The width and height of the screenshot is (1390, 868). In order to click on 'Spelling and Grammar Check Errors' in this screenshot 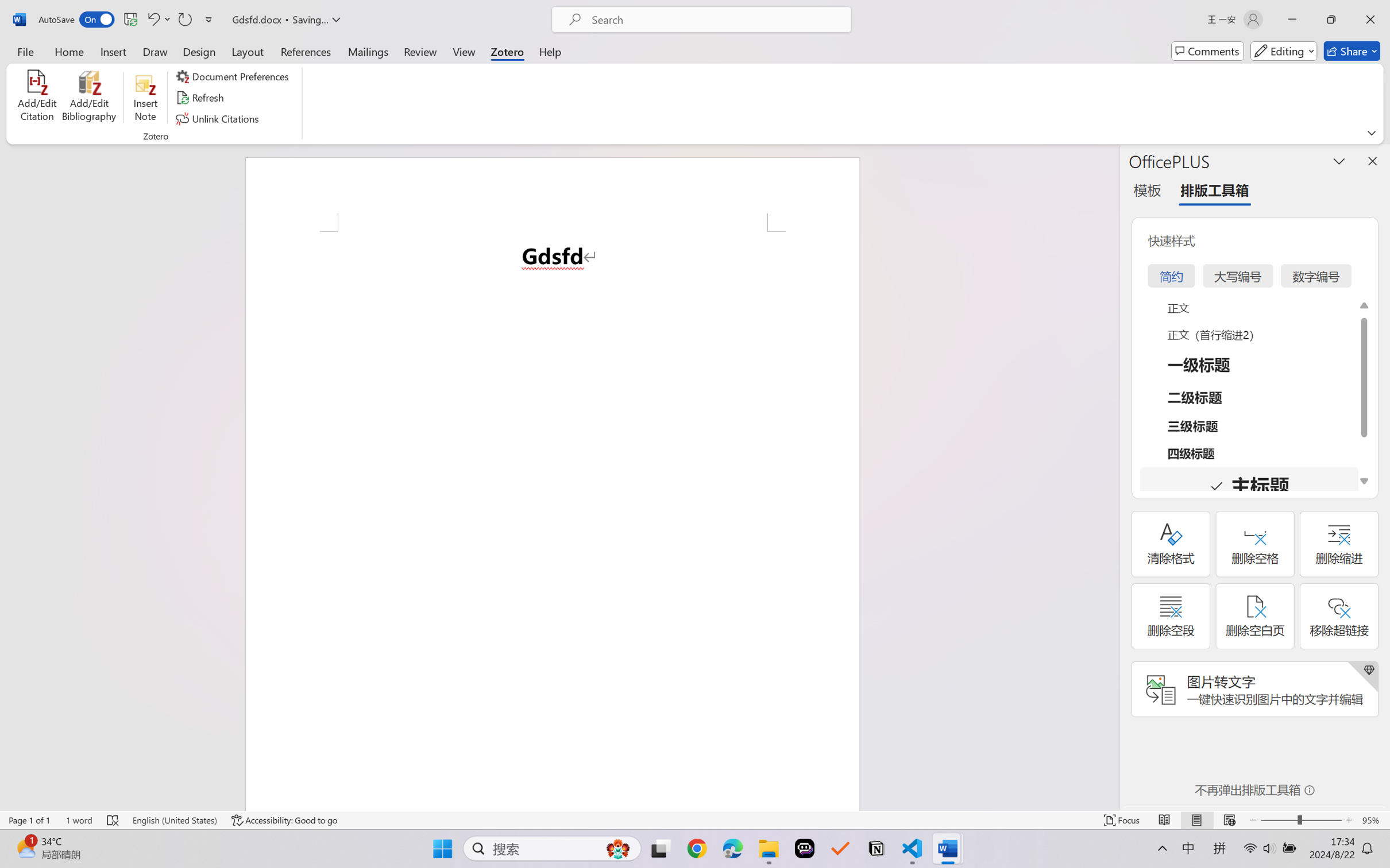, I will do `click(113, 820)`.